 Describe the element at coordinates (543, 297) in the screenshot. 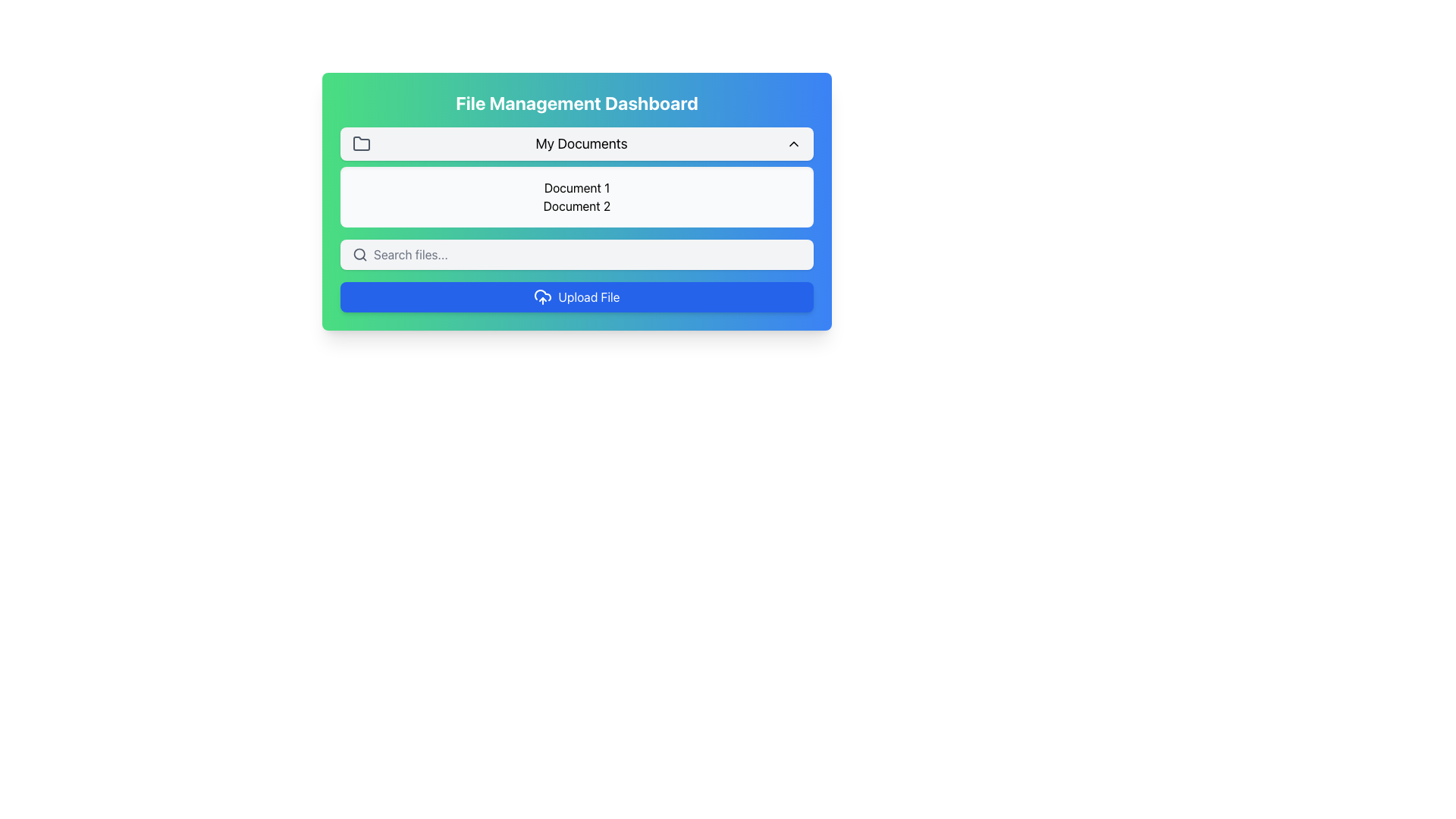

I see `the cloud icon with upward-facing arrow inside the 'Upload File' button located in the File Management Dashboard` at that location.